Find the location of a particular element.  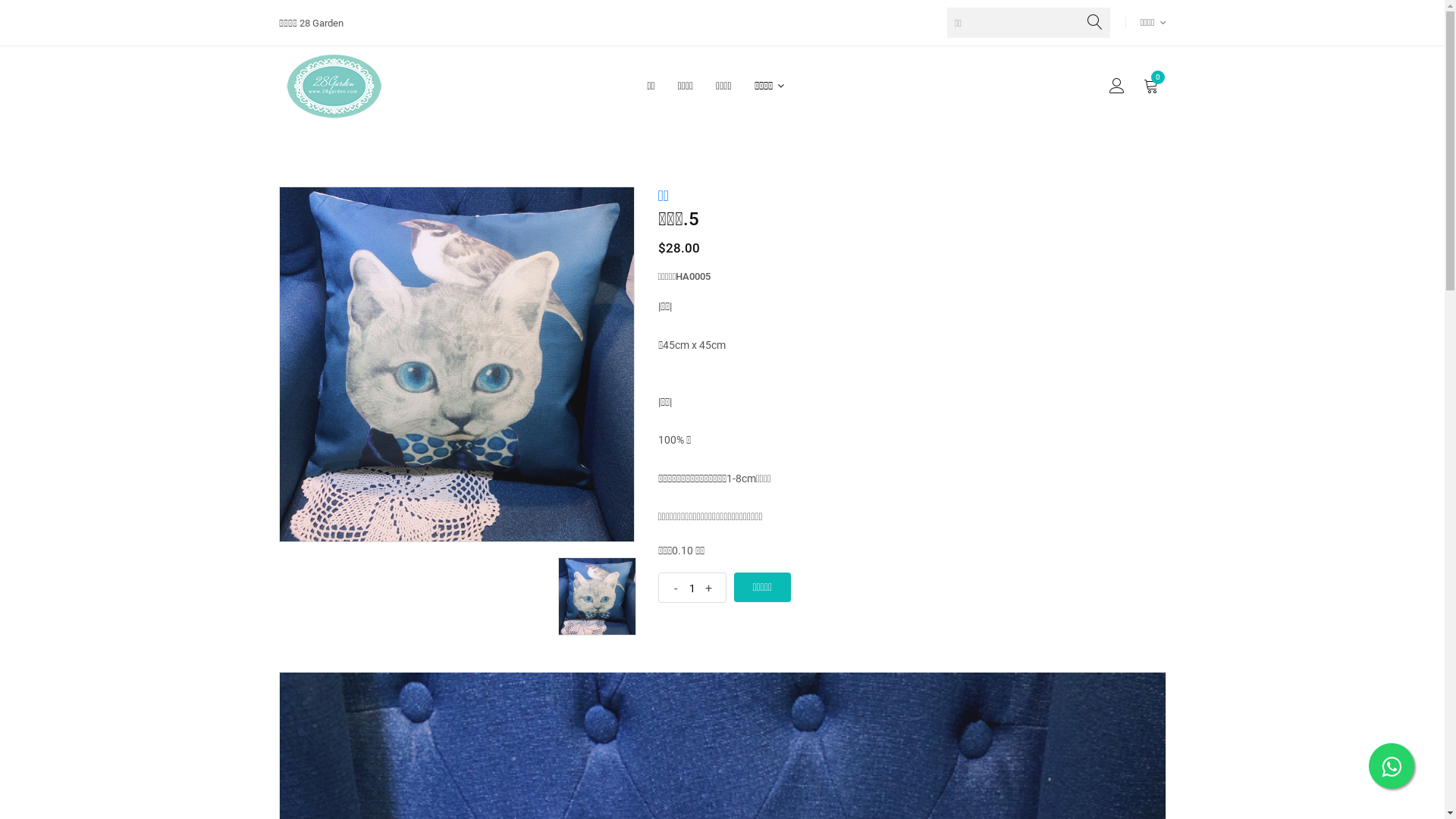

'0' is located at coordinates (1150, 87).